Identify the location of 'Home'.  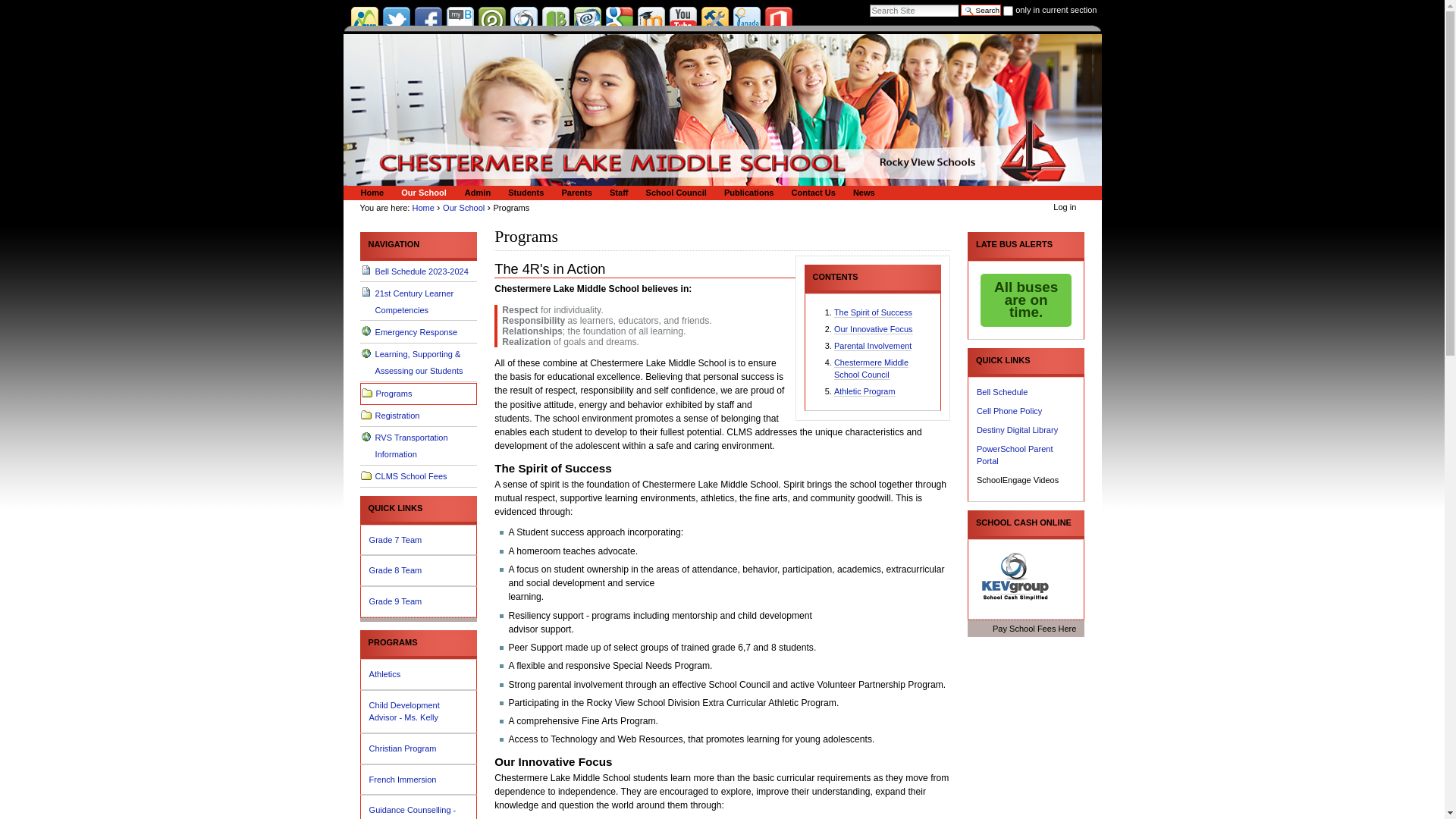
(423, 207).